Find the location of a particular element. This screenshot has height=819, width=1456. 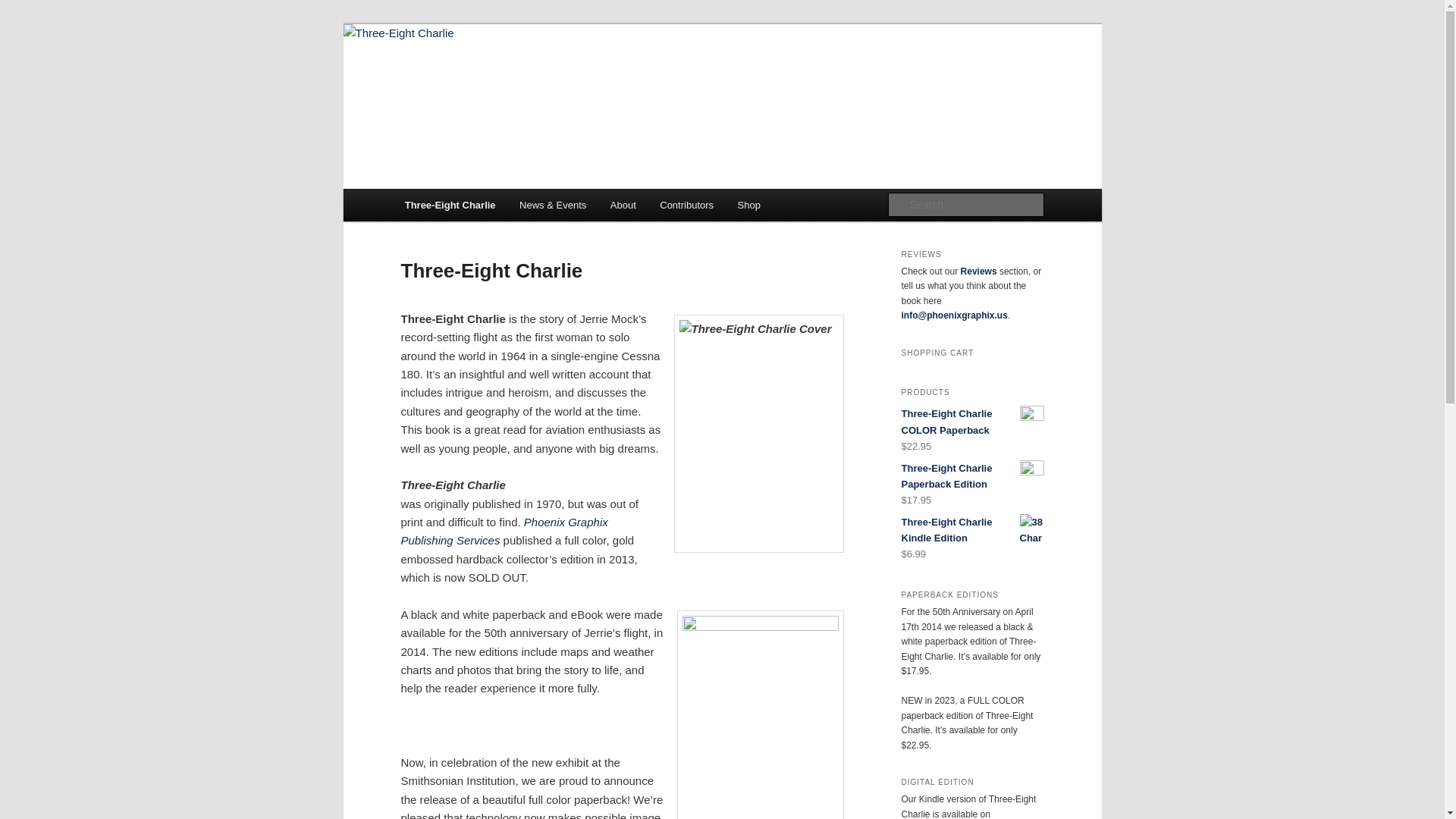

'Three-Eight Charlie COLOR Paperback' is located at coordinates (901, 421).